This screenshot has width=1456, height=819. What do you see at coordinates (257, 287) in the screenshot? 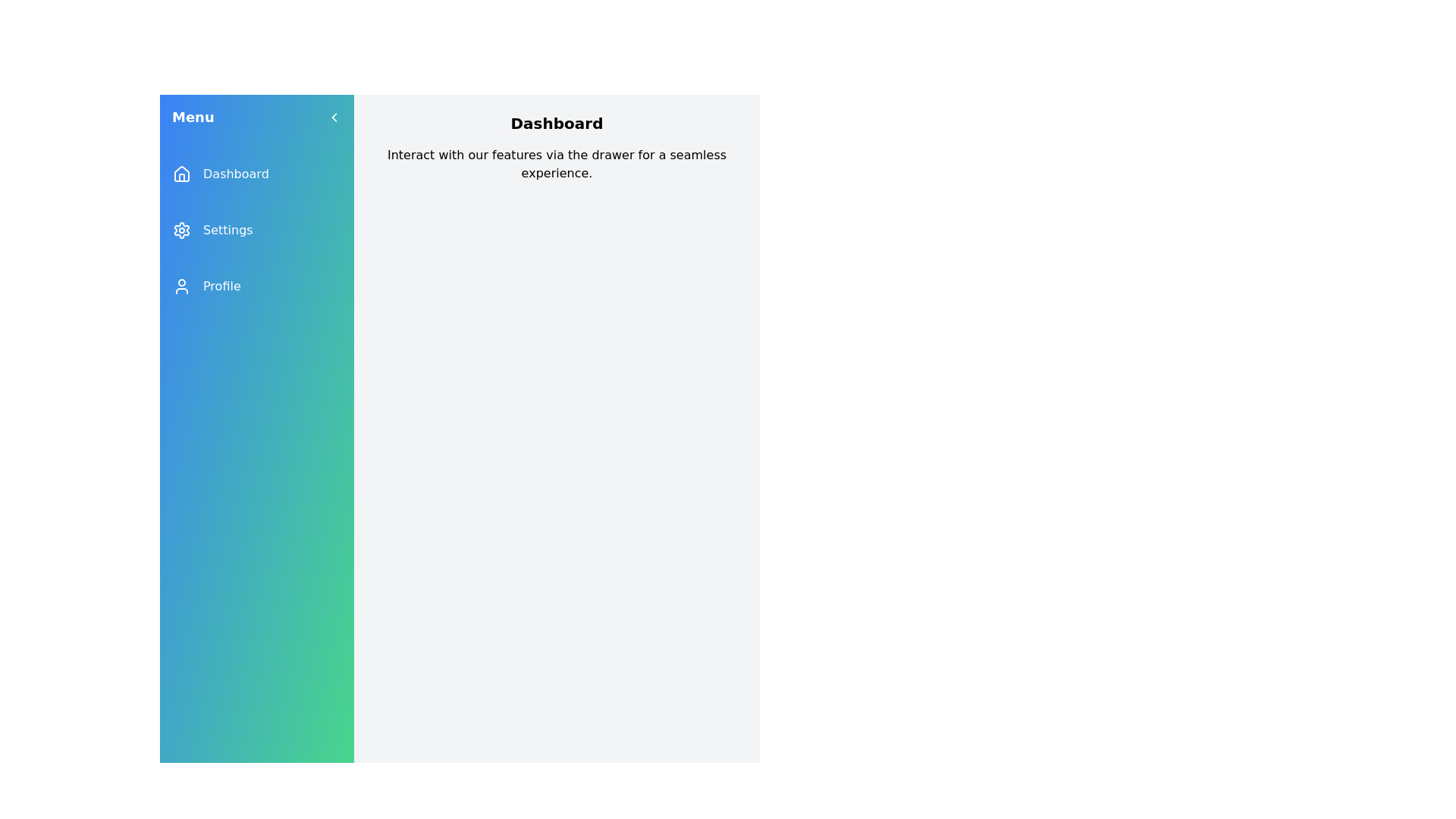
I see `the menu item labeled Profile to observe visual feedback` at bounding box center [257, 287].